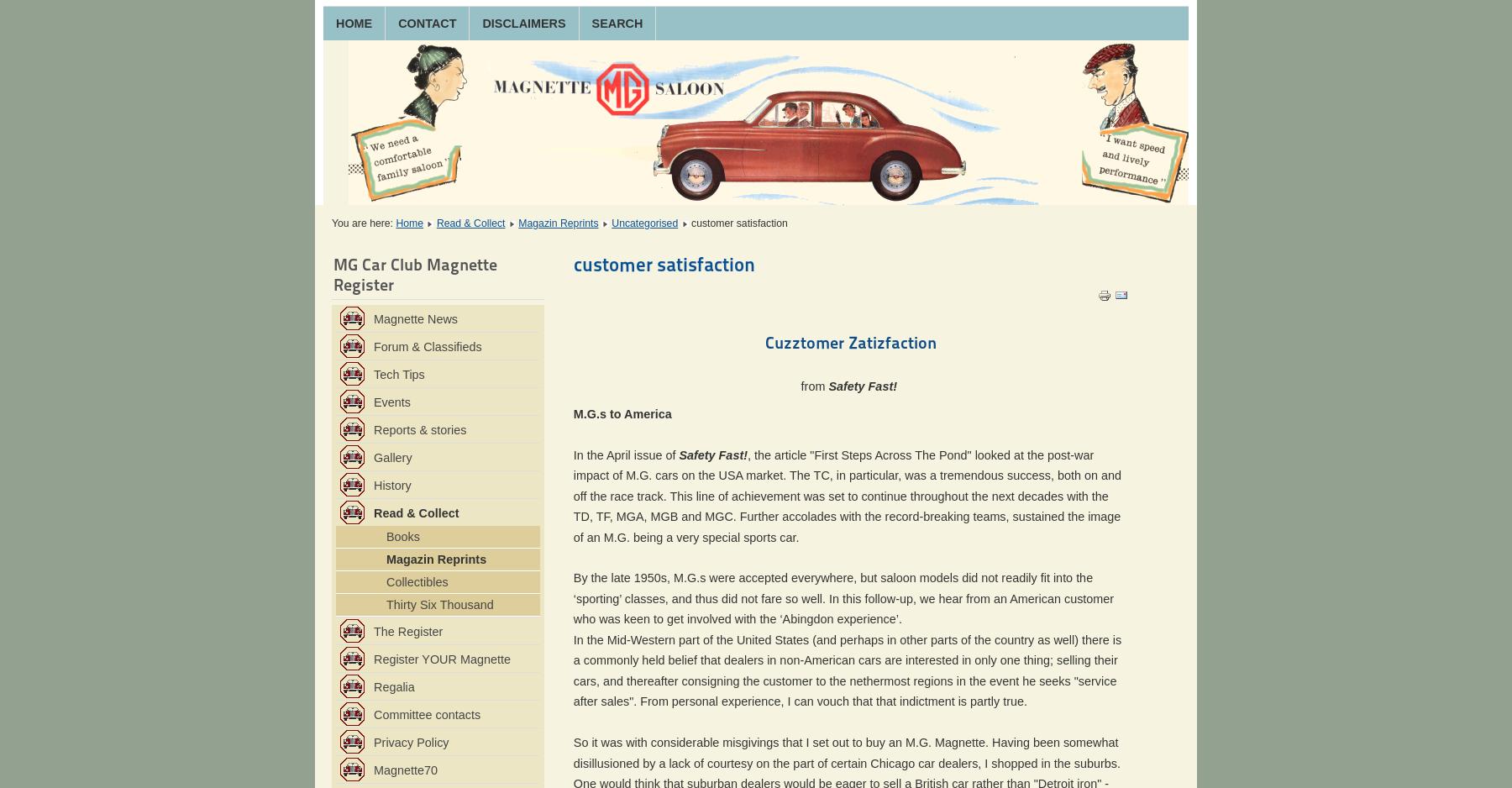  Describe the element at coordinates (621, 412) in the screenshot. I see `'M.G.s to America'` at that location.